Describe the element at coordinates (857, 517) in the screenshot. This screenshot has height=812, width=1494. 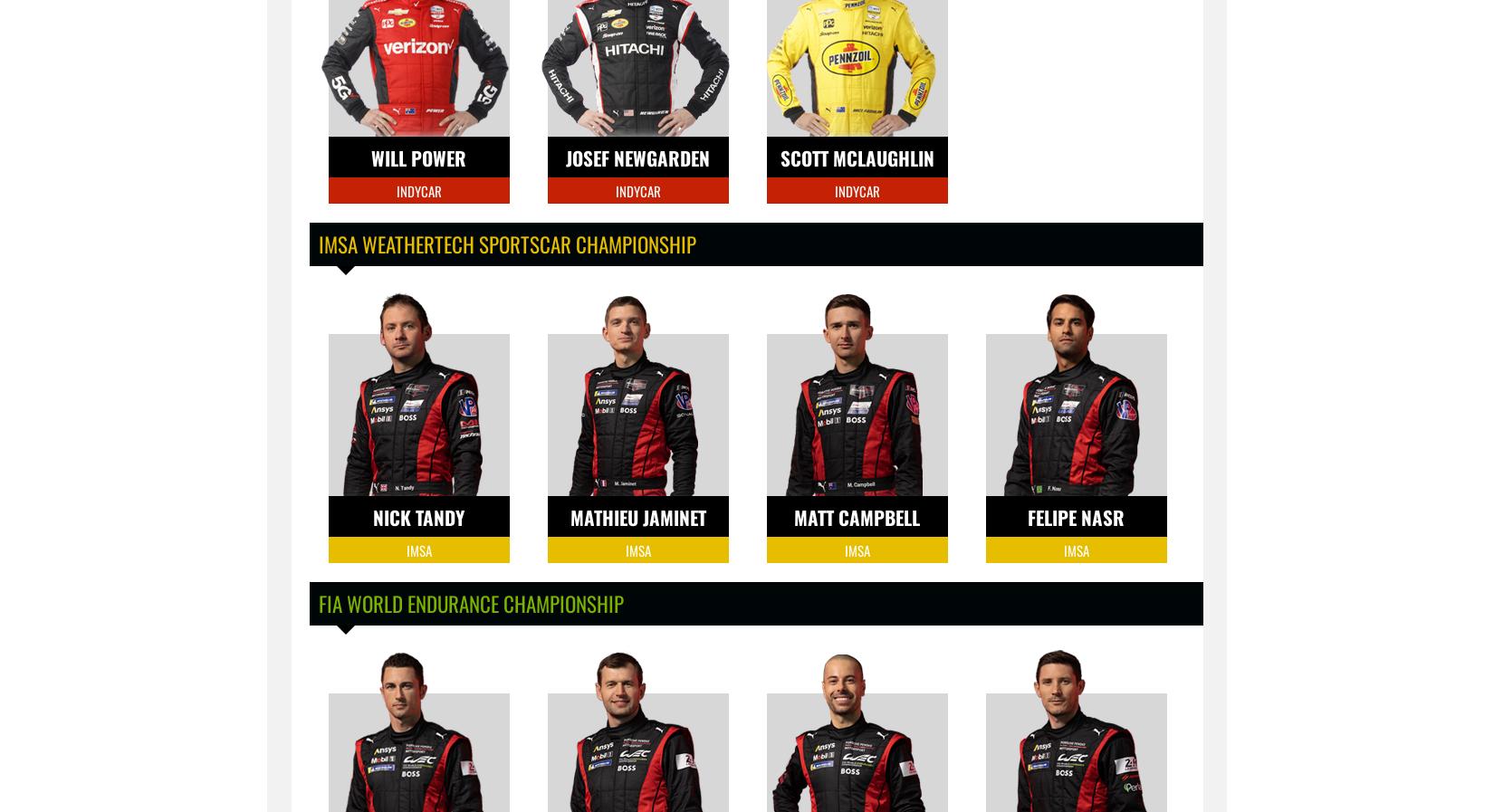
I see `'Matt Campbell'` at that location.